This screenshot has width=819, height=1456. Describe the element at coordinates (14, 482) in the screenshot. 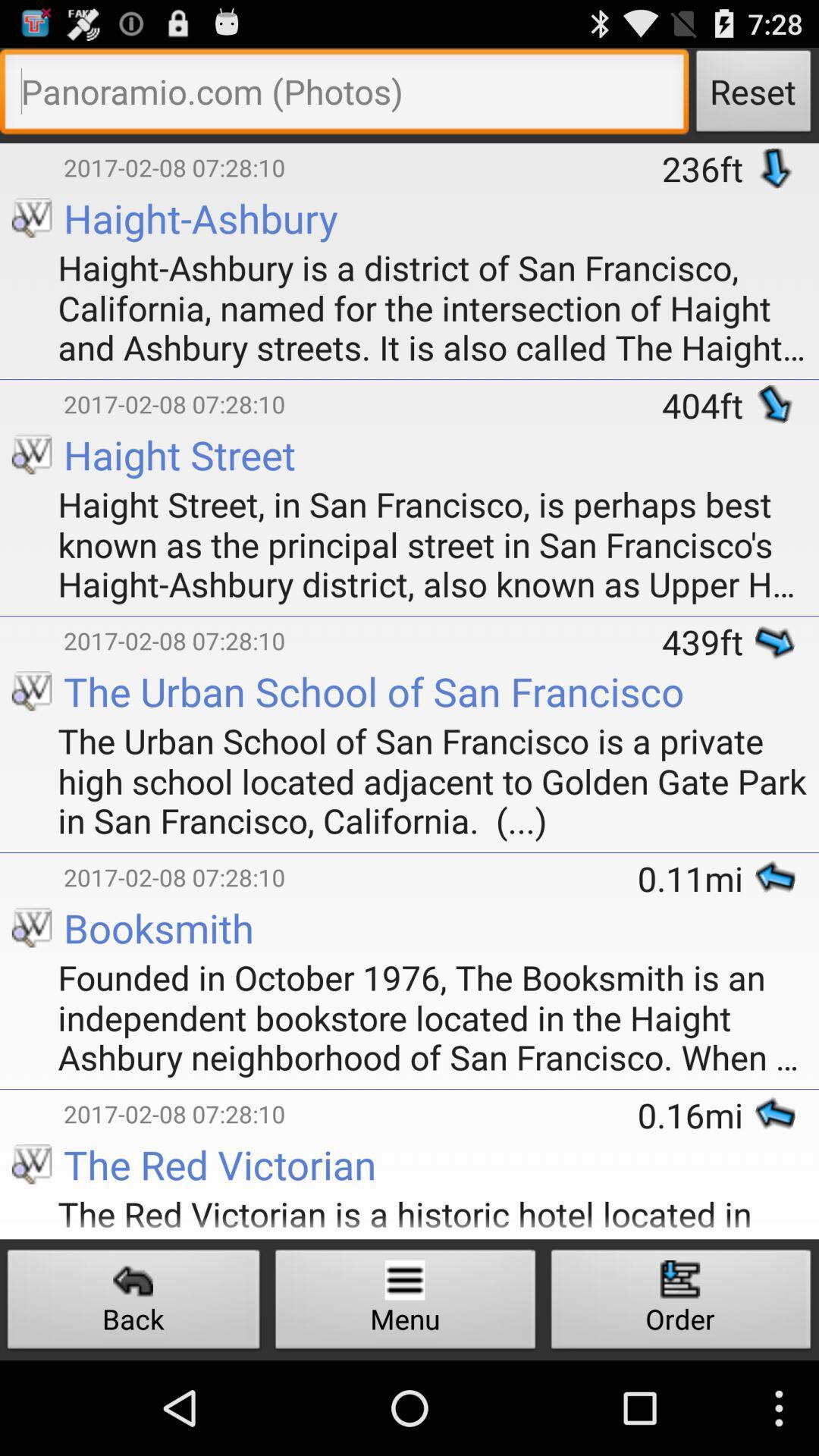

I see `the app to the left of haight street in app` at that location.